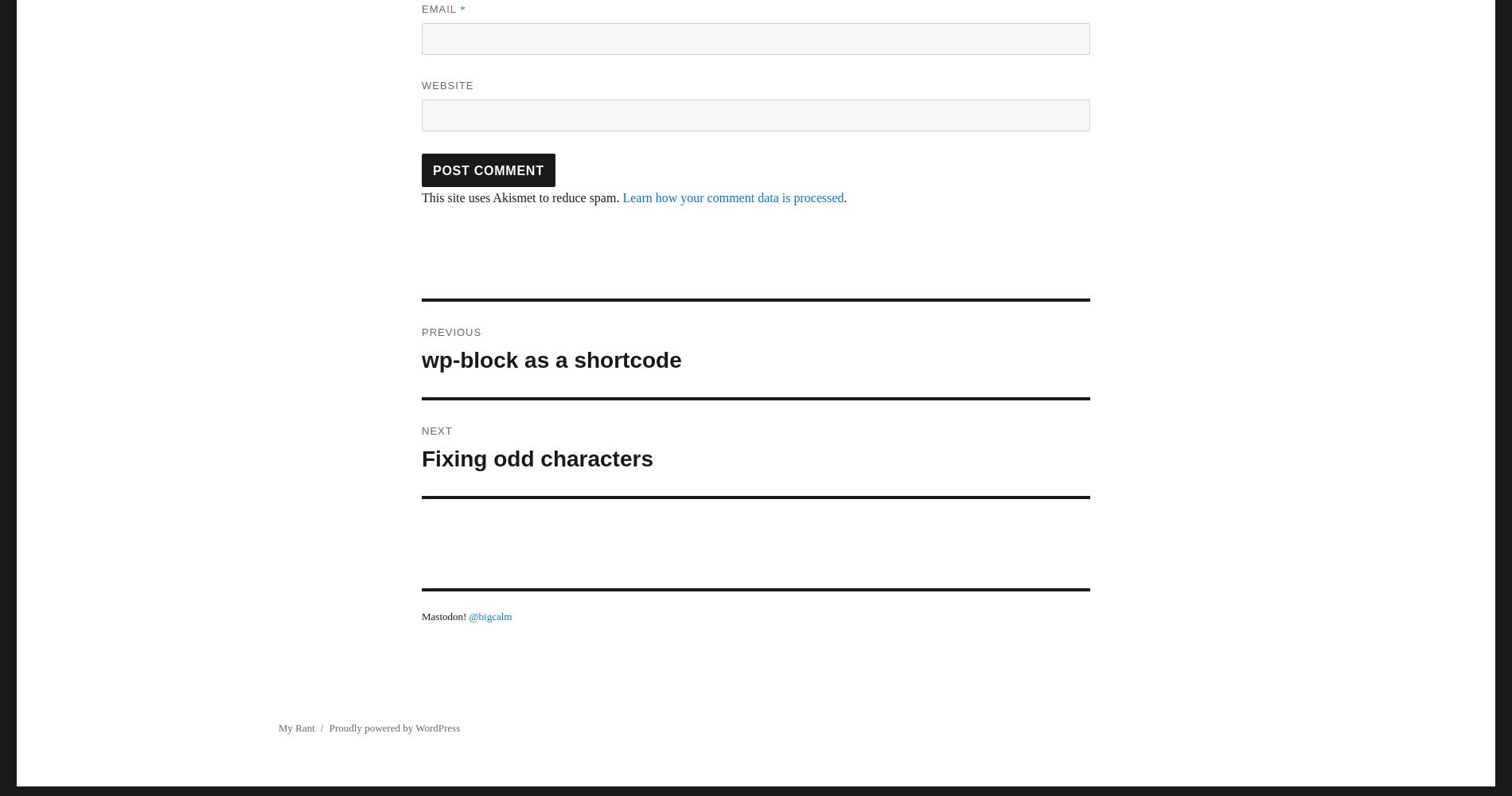  What do you see at coordinates (462, 9) in the screenshot?
I see `'*'` at bounding box center [462, 9].